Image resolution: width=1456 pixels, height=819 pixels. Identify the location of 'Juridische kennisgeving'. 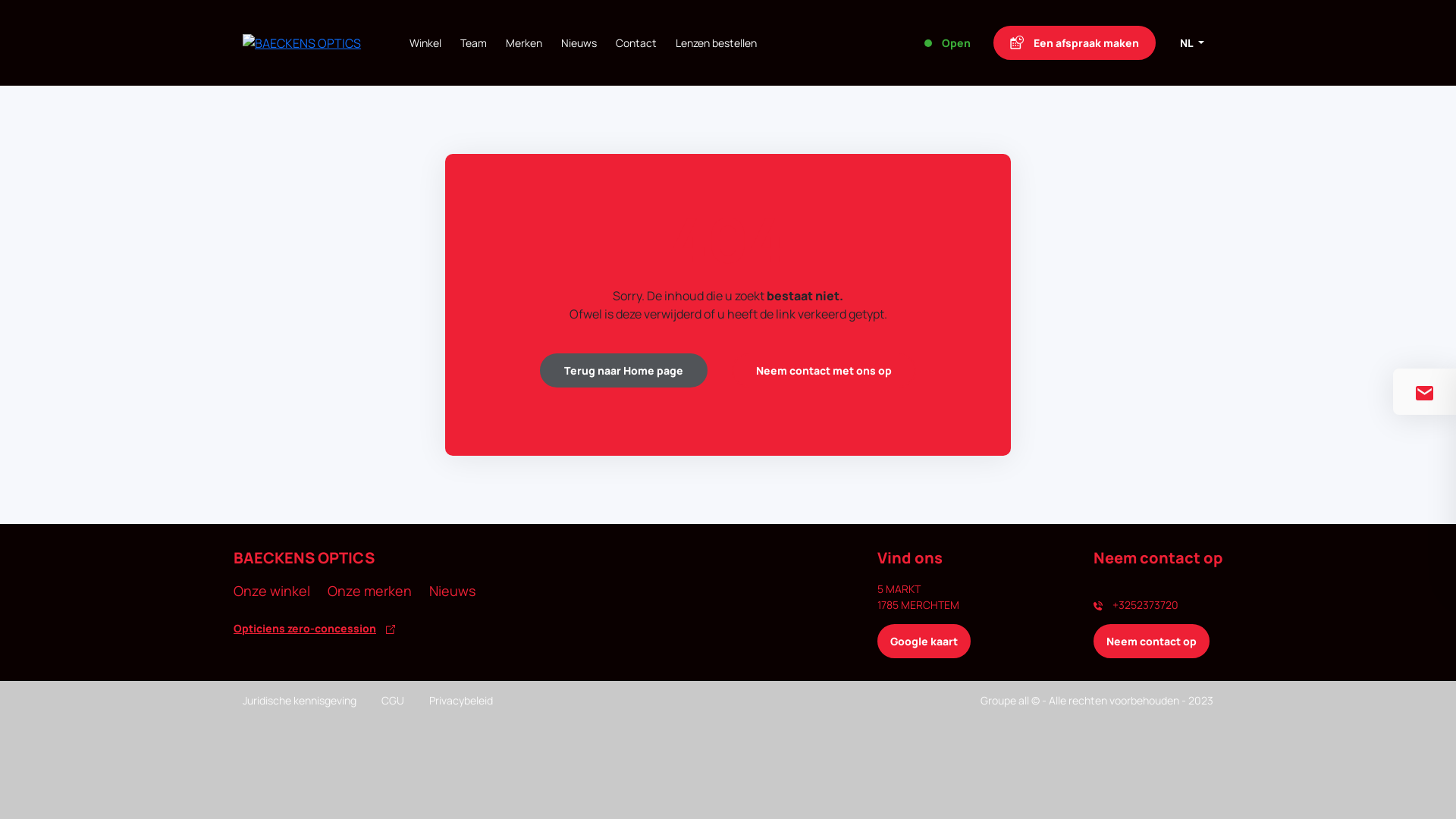
(299, 700).